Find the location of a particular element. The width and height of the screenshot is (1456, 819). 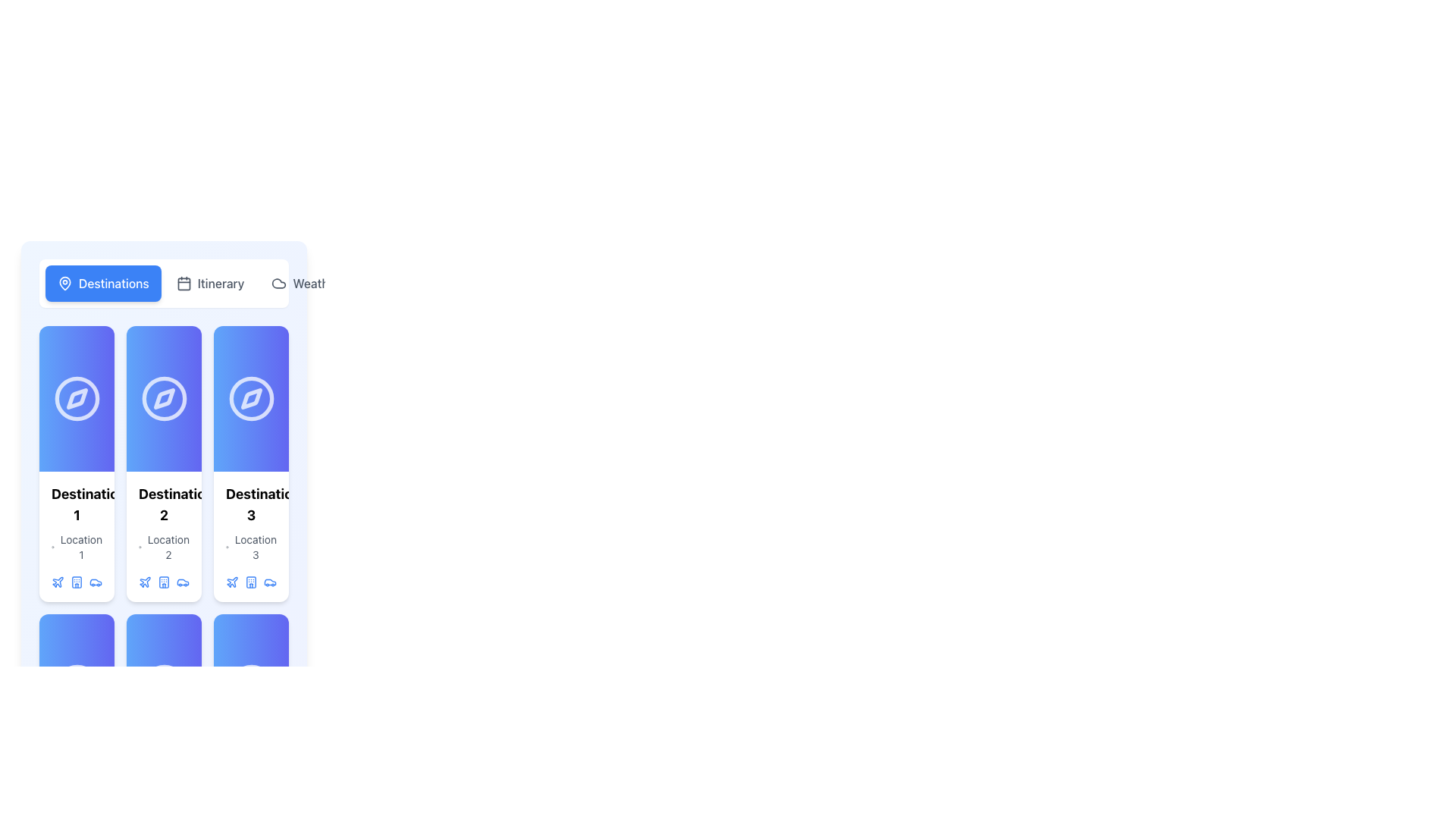

the text block displaying title and subtitle at the bottom of the first card in a grid layout is located at coordinates (76, 536).